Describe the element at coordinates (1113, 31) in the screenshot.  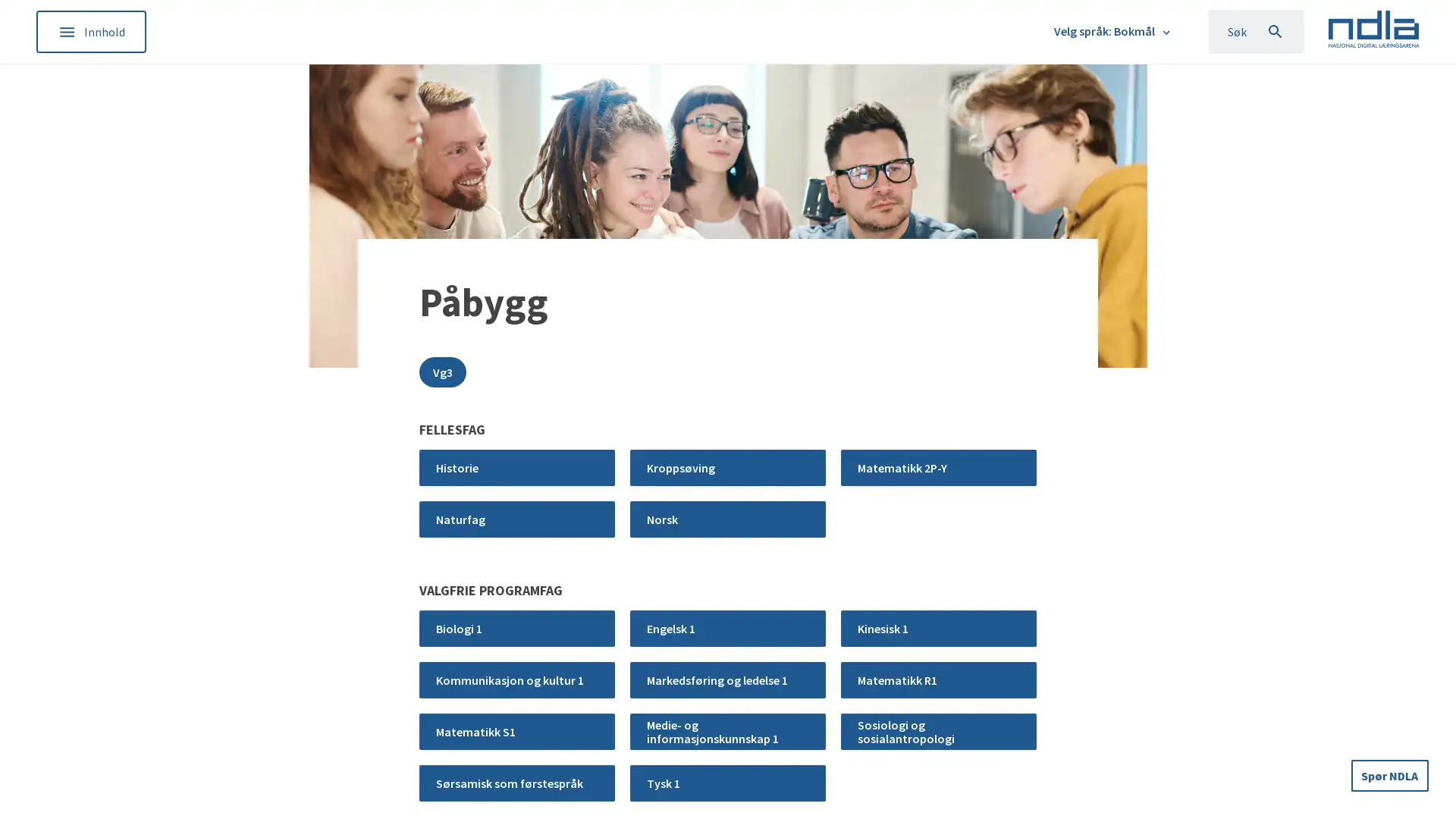
I see `Velg sprak: Bokmal` at that location.